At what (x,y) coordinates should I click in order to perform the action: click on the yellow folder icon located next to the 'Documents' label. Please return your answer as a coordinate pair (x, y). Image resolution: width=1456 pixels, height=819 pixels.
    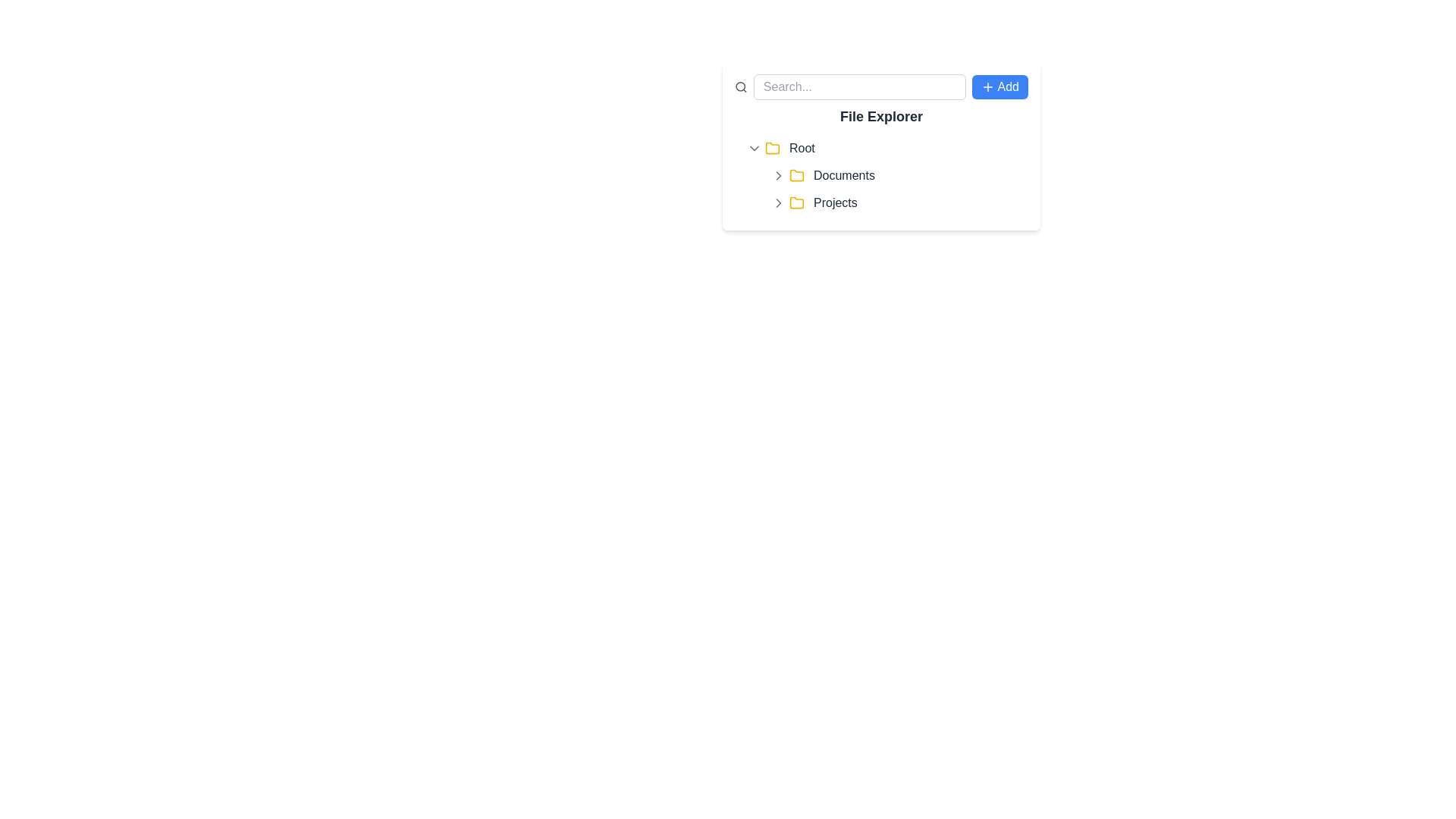
    Looking at the image, I should click on (796, 174).